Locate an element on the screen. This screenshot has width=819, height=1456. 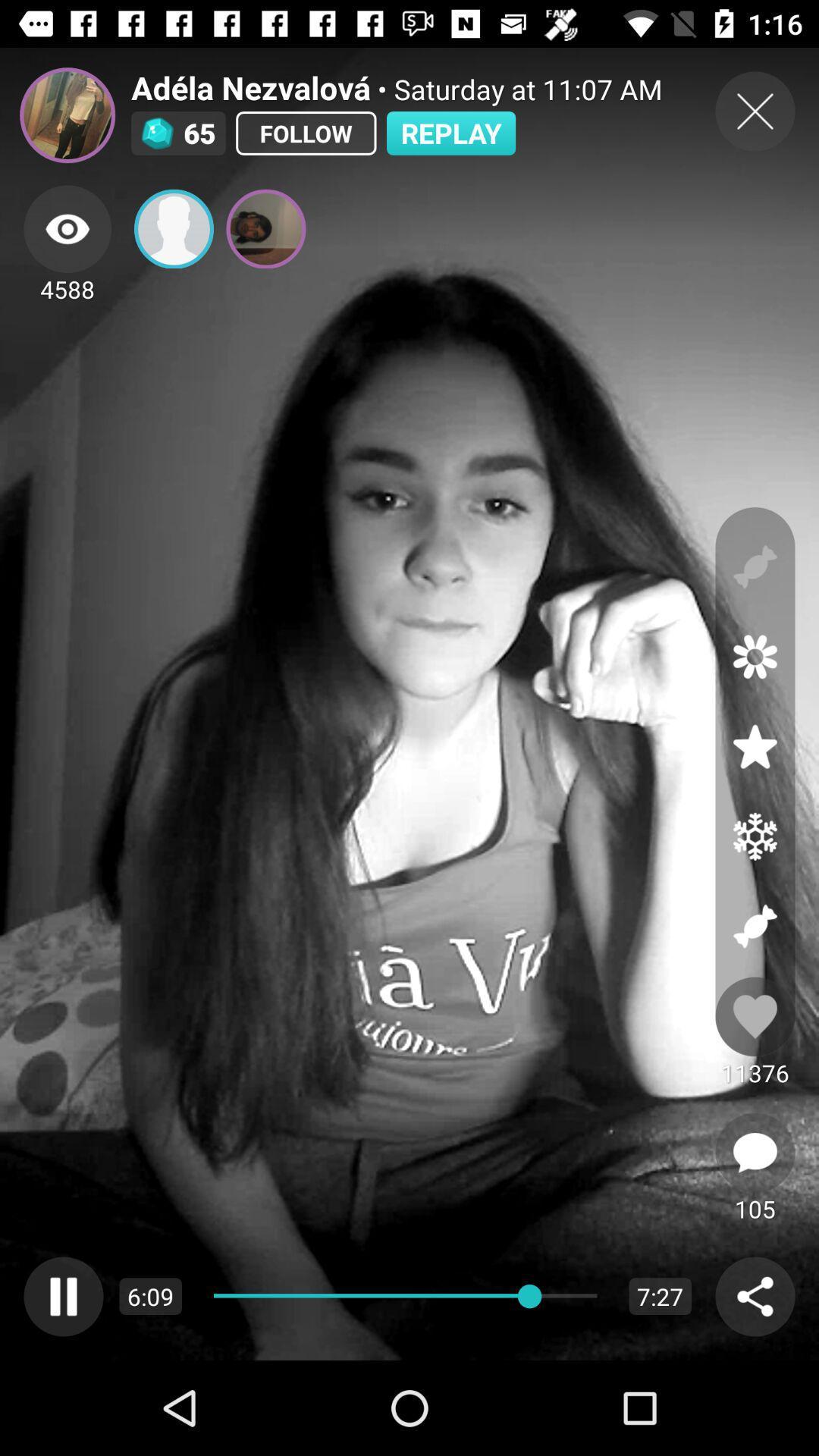
show flower overlay is located at coordinates (755, 657).